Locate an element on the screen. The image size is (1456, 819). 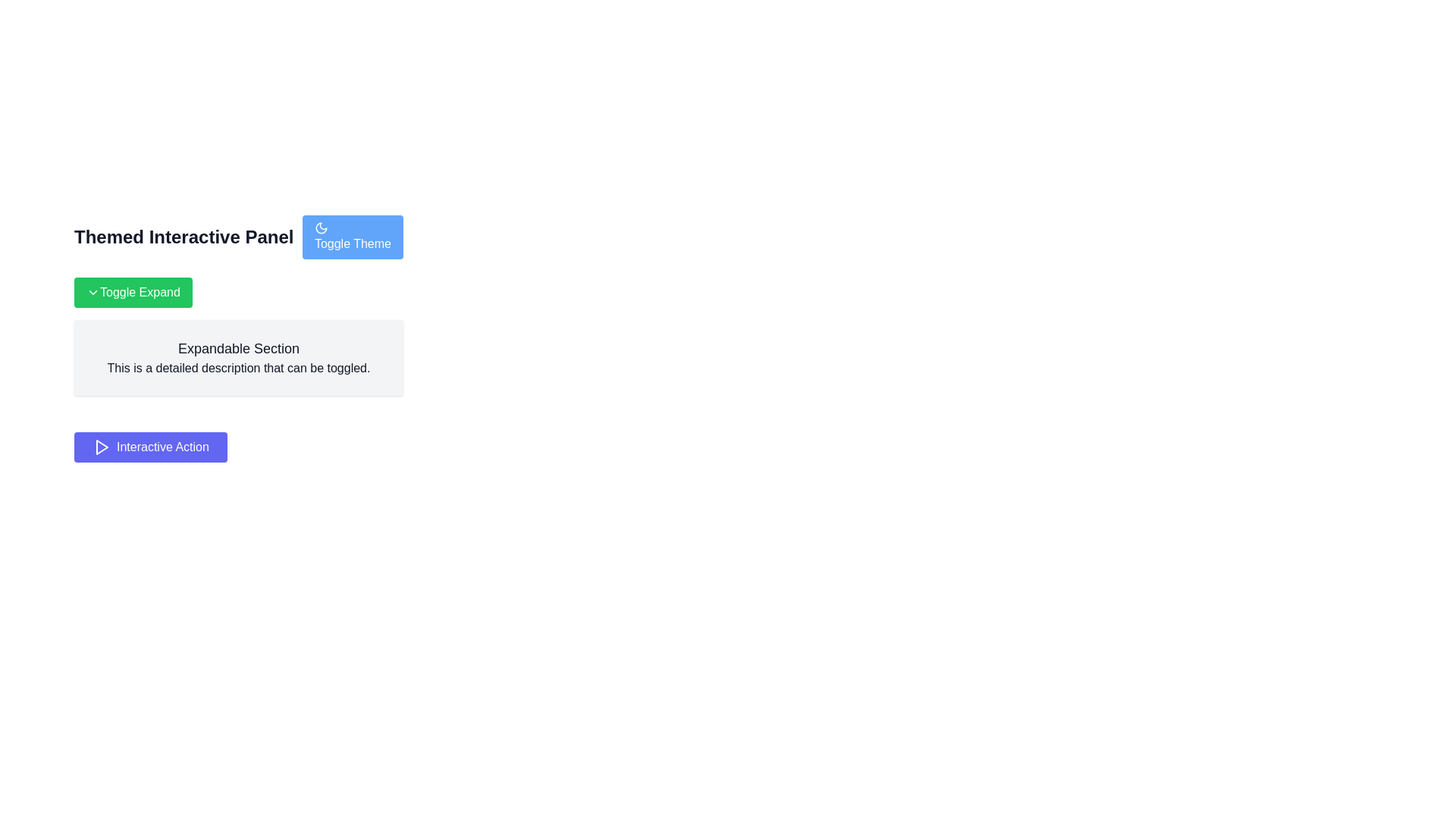
the interactive action button located below the 'Expandable Section' description panel to initiate an action is located at coordinates (238, 438).